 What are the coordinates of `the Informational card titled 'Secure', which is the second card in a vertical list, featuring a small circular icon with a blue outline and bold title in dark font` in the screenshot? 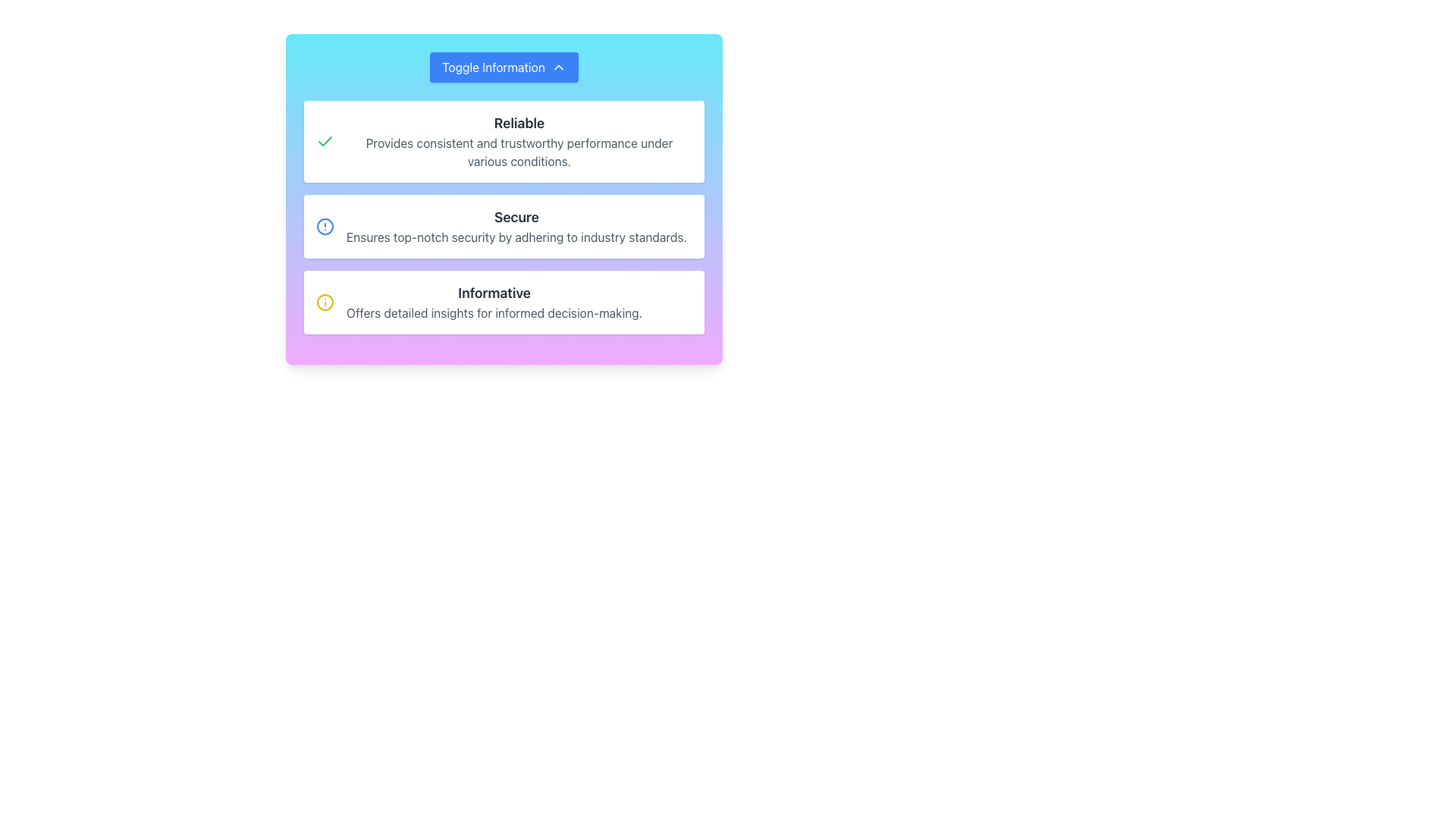 It's located at (504, 227).